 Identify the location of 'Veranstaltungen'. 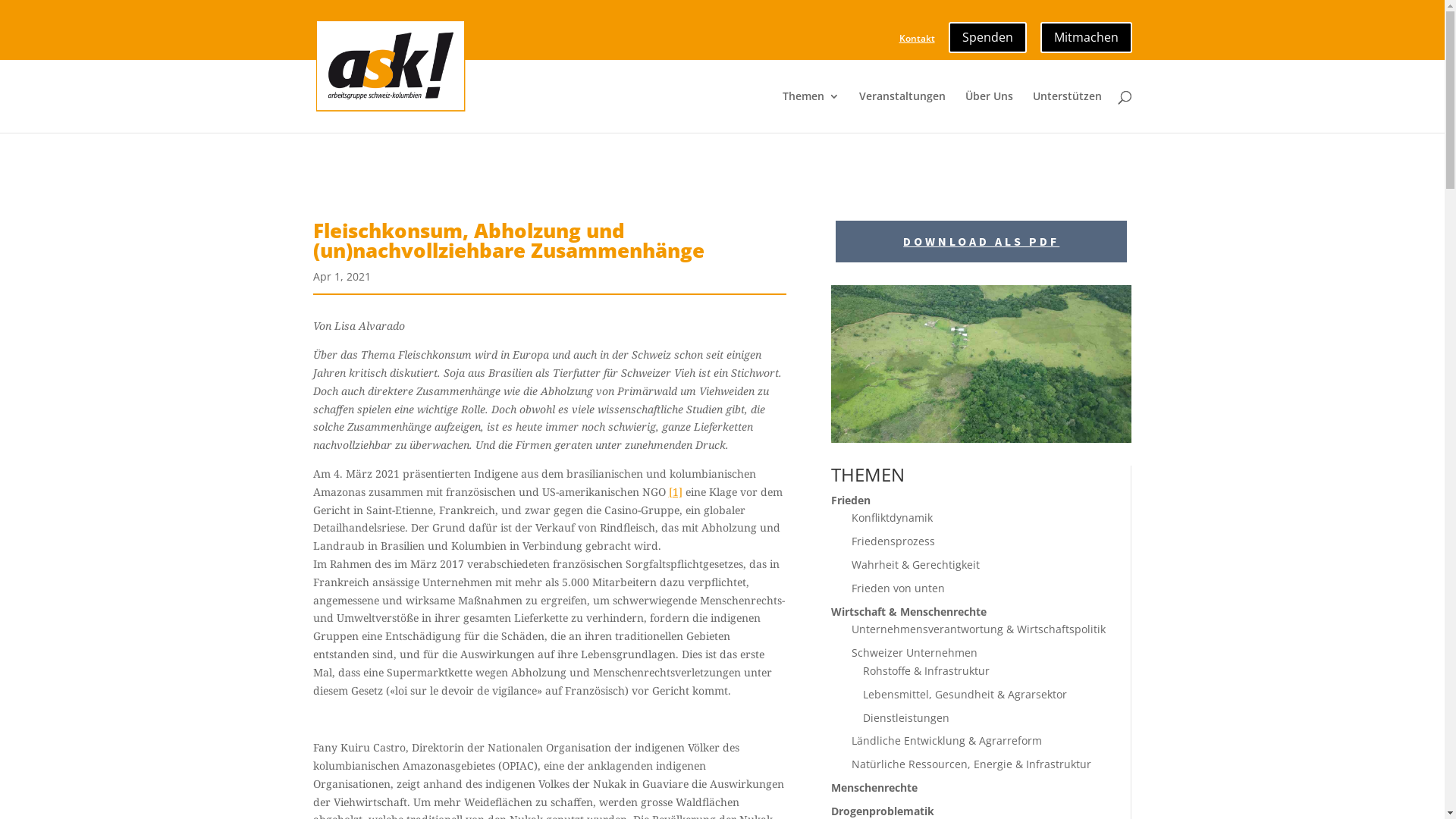
(858, 111).